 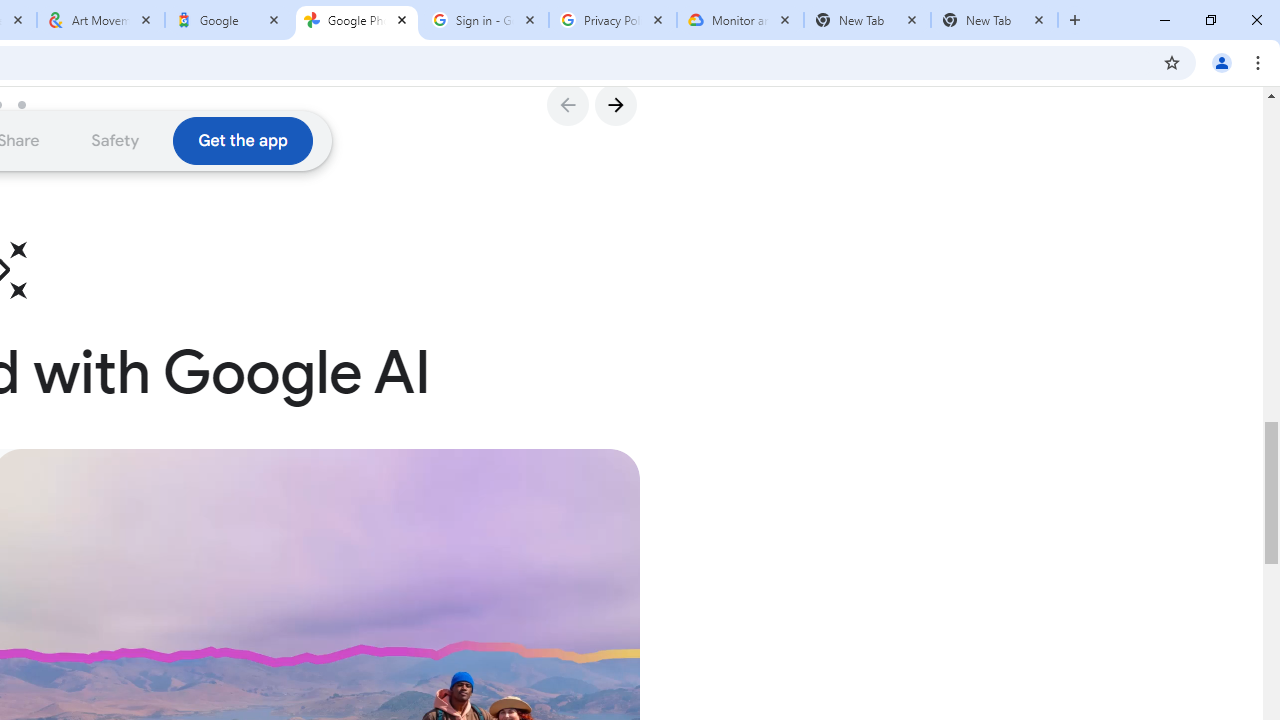 What do you see at coordinates (614, 105) in the screenshot?
I see `'Go to Next Slide'` at bounding box center [614, 105].